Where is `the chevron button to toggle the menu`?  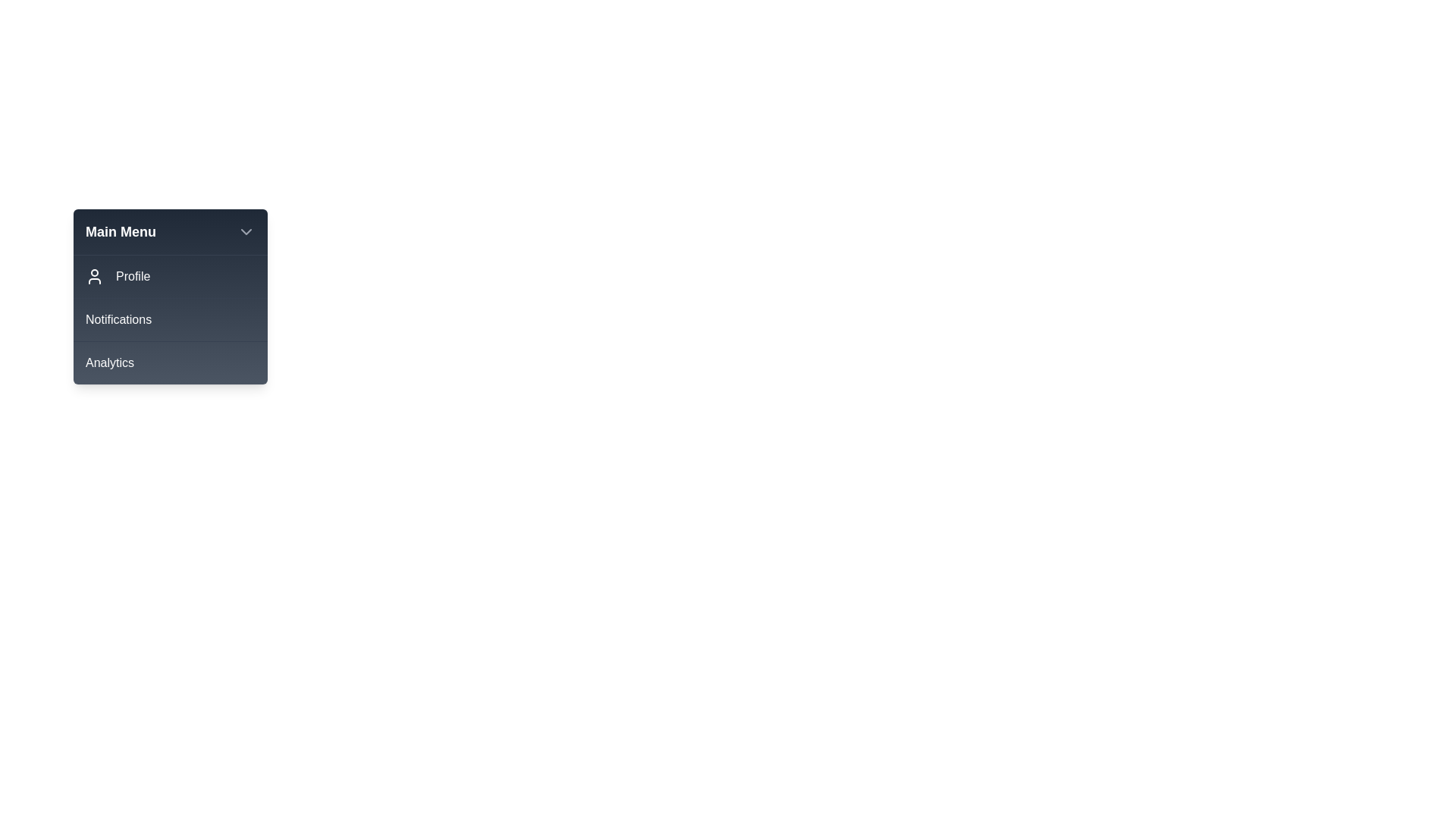
the chevron button to toggle the menu is located at coordinates (246, 231).